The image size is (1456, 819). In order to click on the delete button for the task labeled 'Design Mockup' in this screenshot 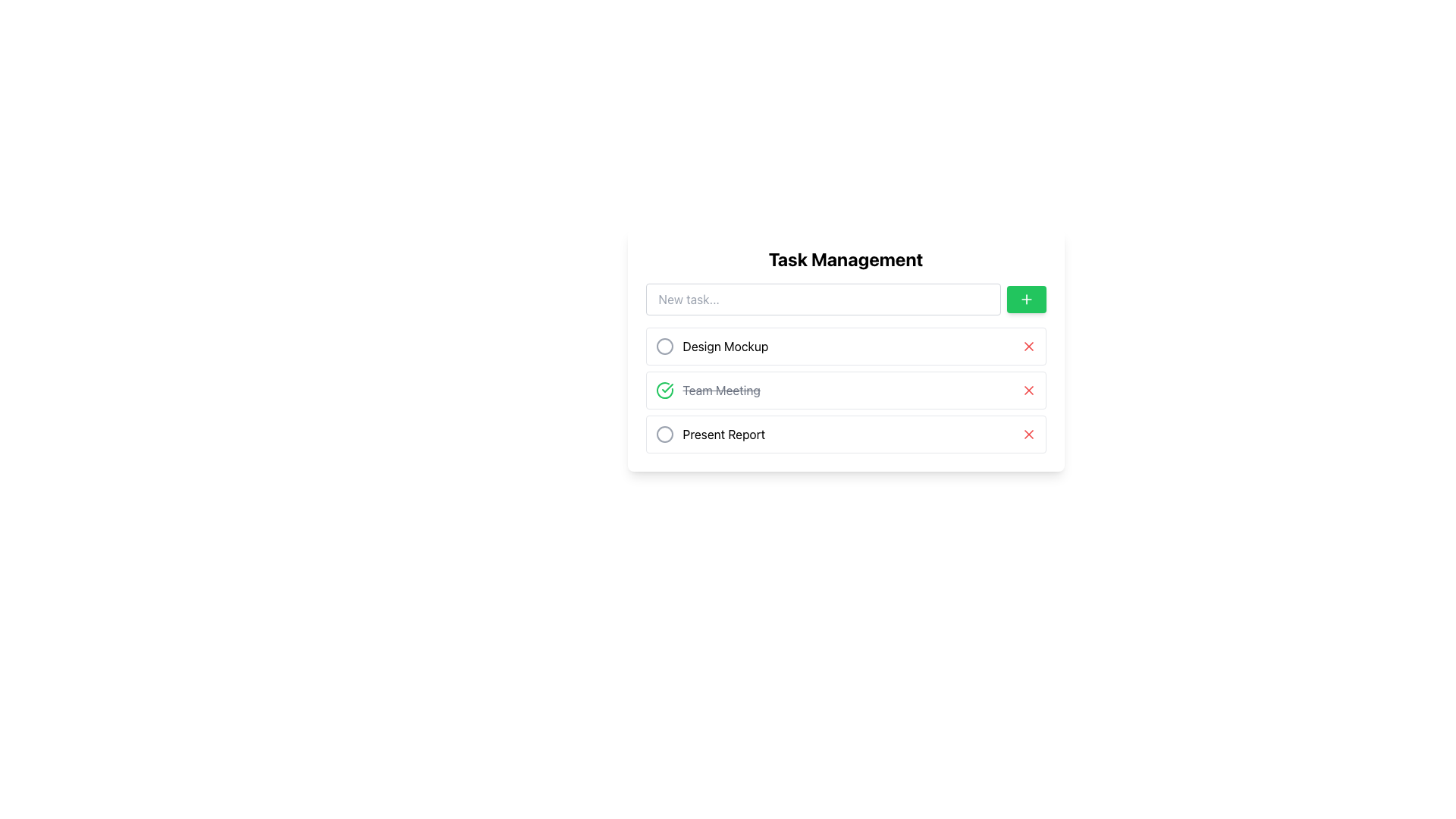, I will do `click(1028, 346)`.